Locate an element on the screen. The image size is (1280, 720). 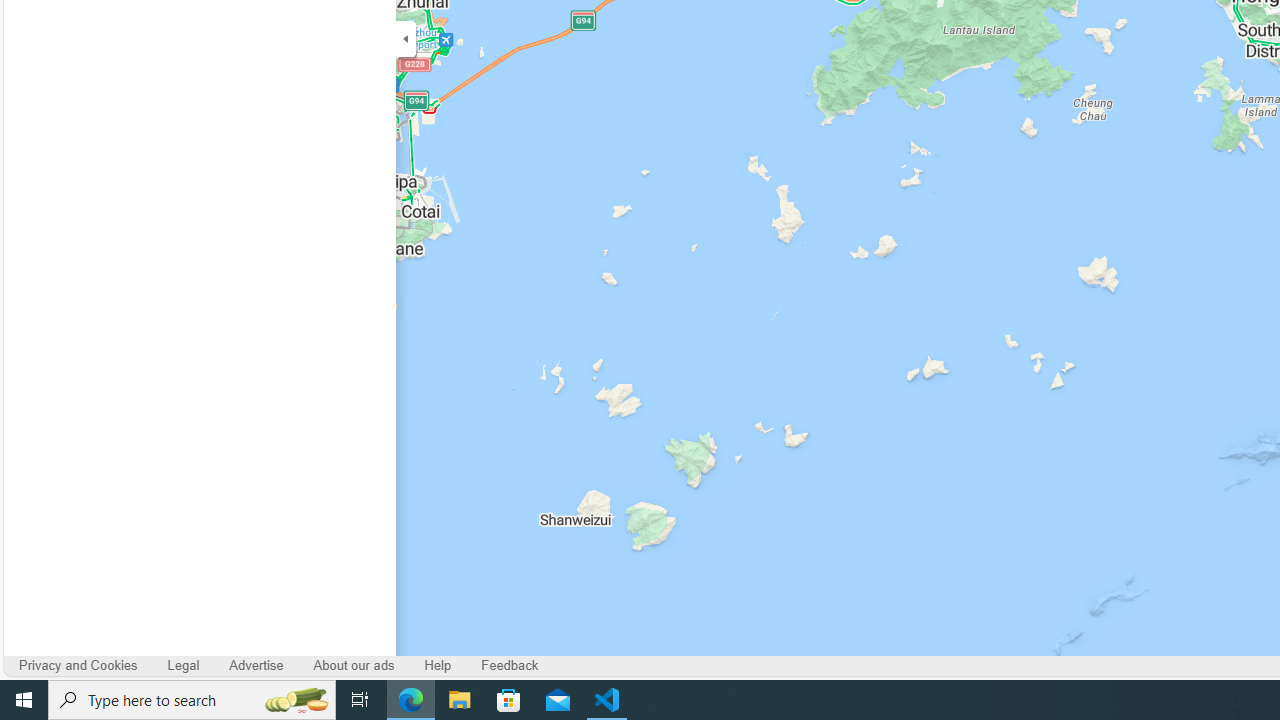
'About our ads' is located at coordinates (353, 666).